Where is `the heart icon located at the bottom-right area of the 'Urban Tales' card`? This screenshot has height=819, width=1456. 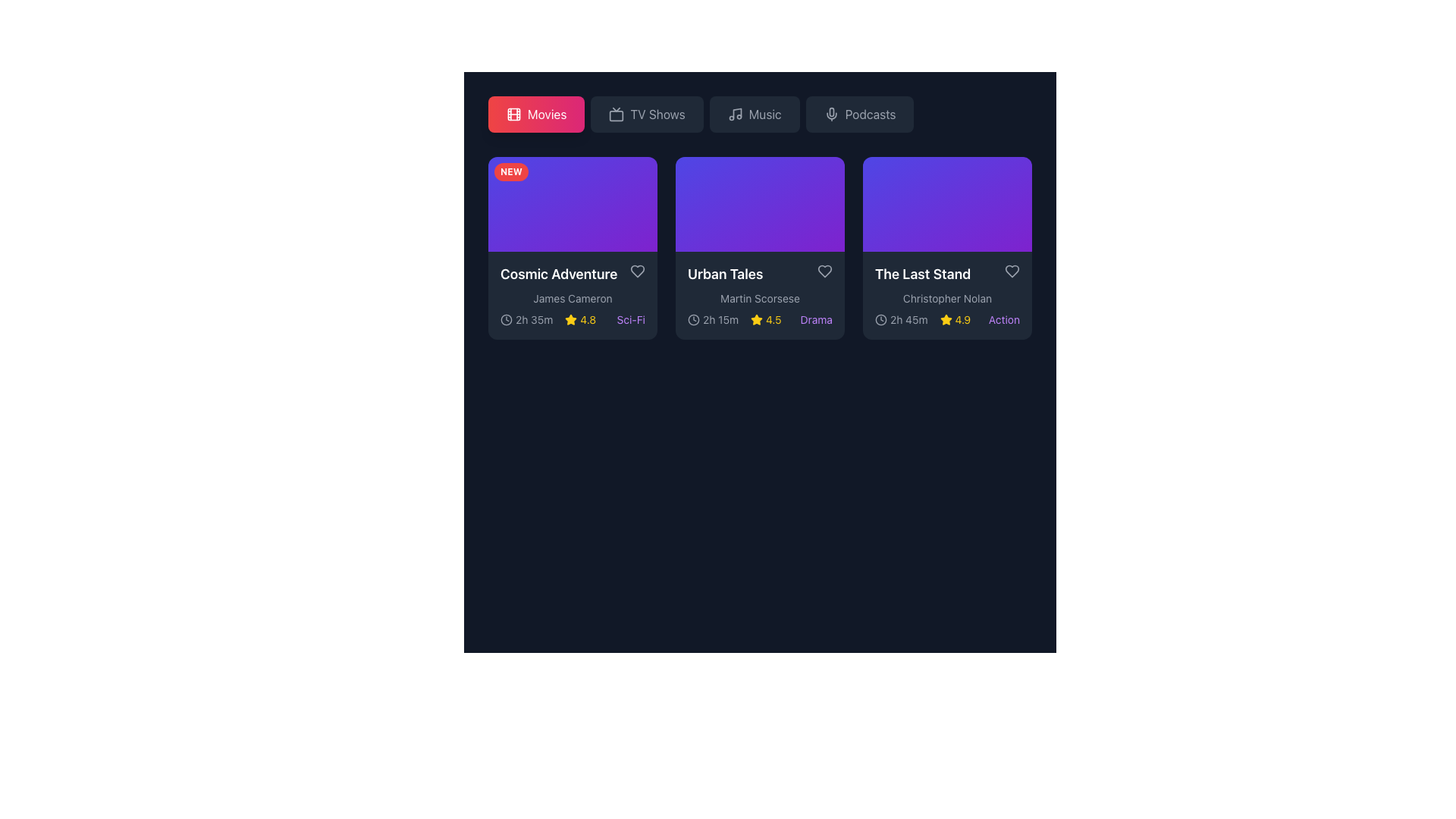 the heart icon located at the bottom-right area of the 'Urban Tales' card is located at coordinates (824, 271).